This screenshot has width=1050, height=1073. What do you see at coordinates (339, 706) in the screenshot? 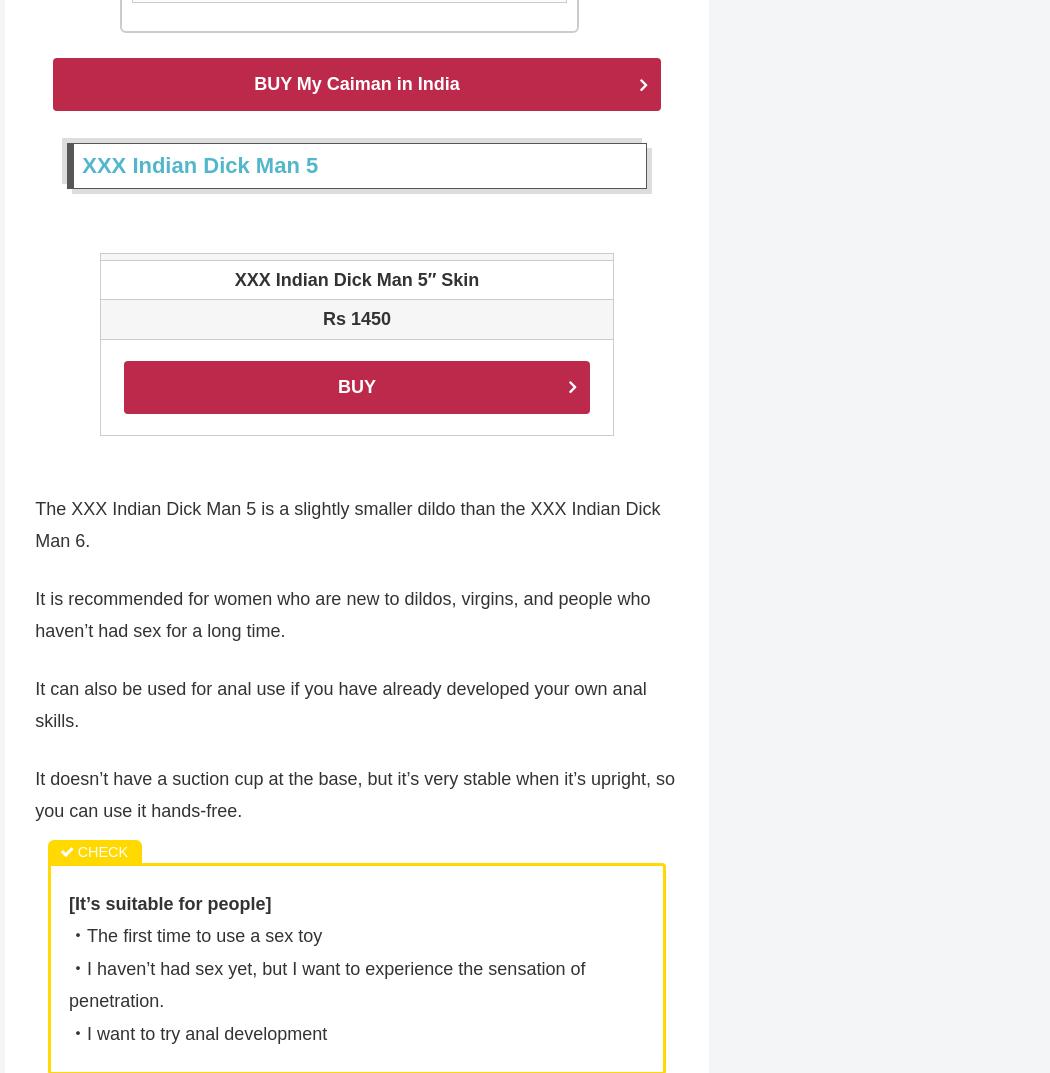
I see `'It can also be used for anal use if you have already developed your own anal skills.'` at bounding box center [339, 706].